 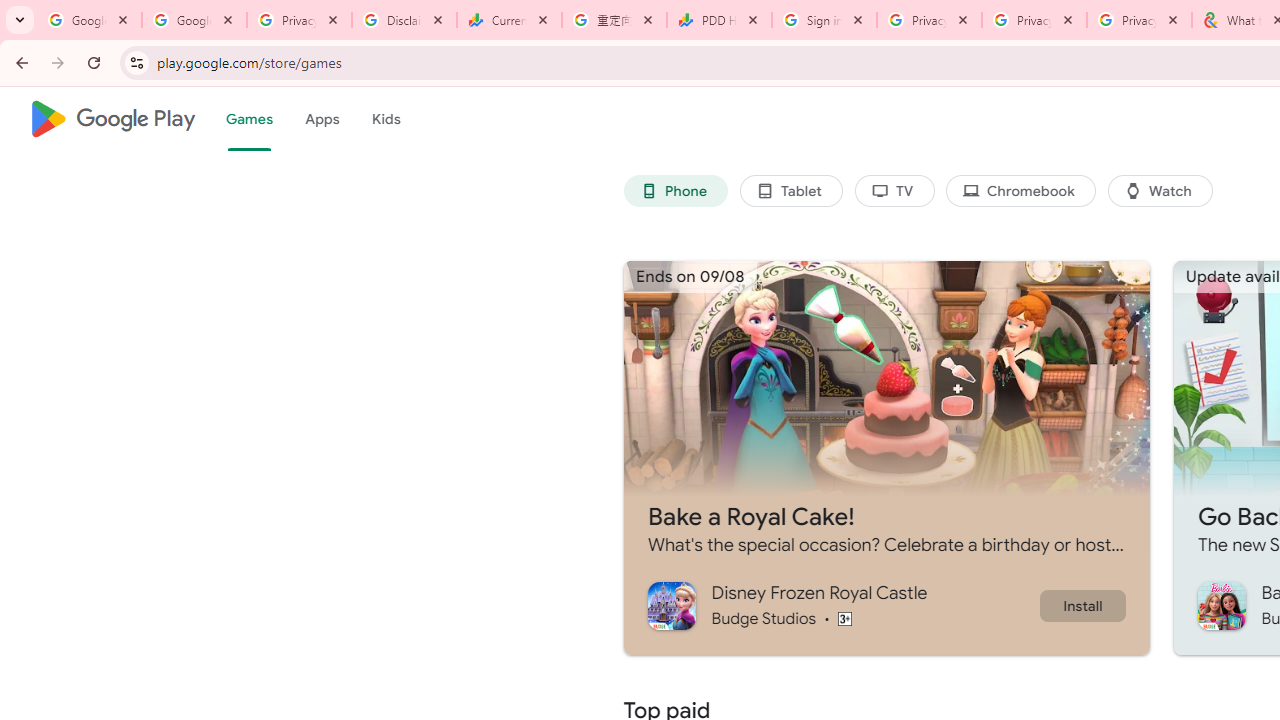 I want to click on 'Kids', so click(x=385, y=119).